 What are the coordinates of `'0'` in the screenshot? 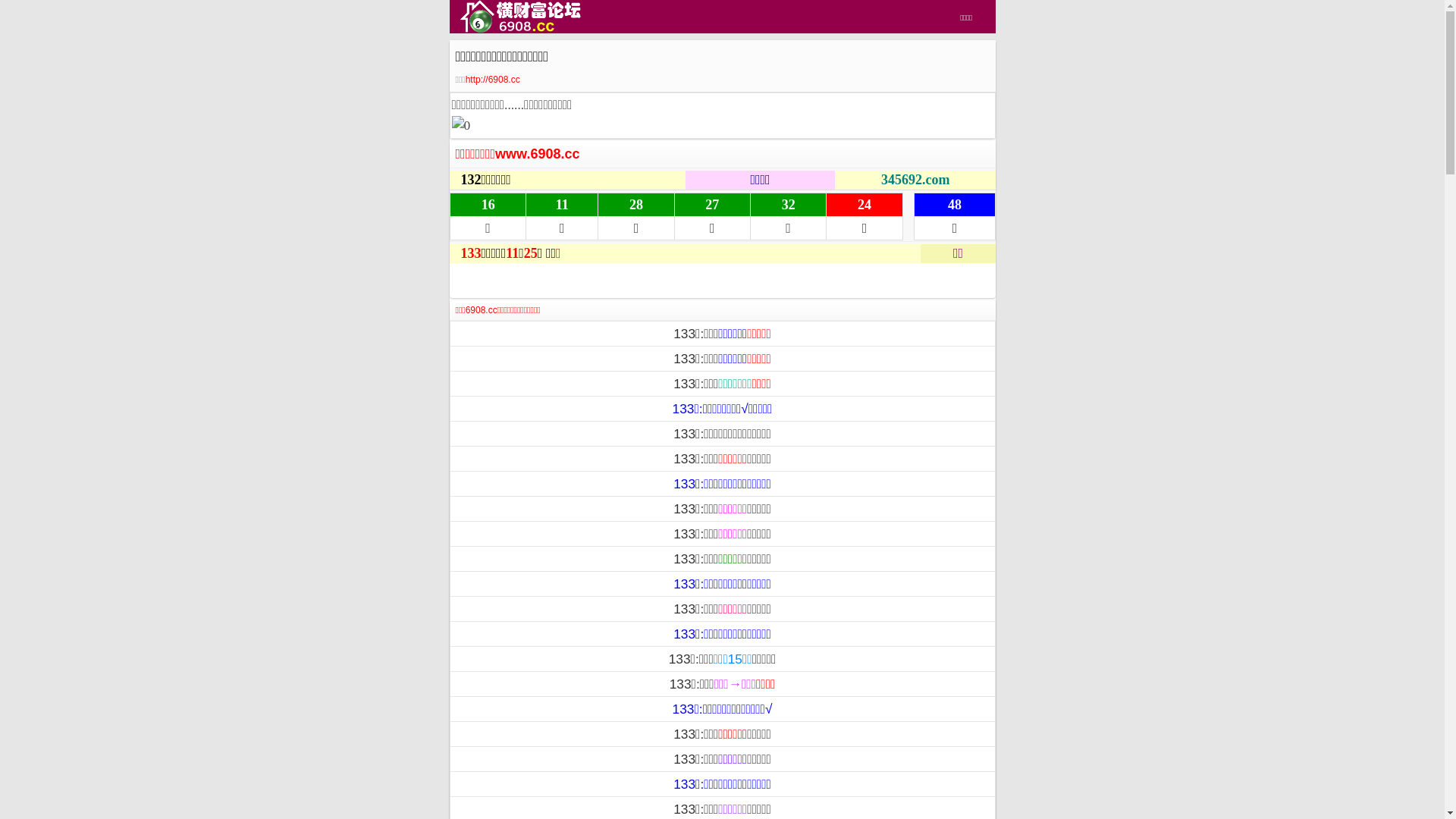 It's located at (450, 124).